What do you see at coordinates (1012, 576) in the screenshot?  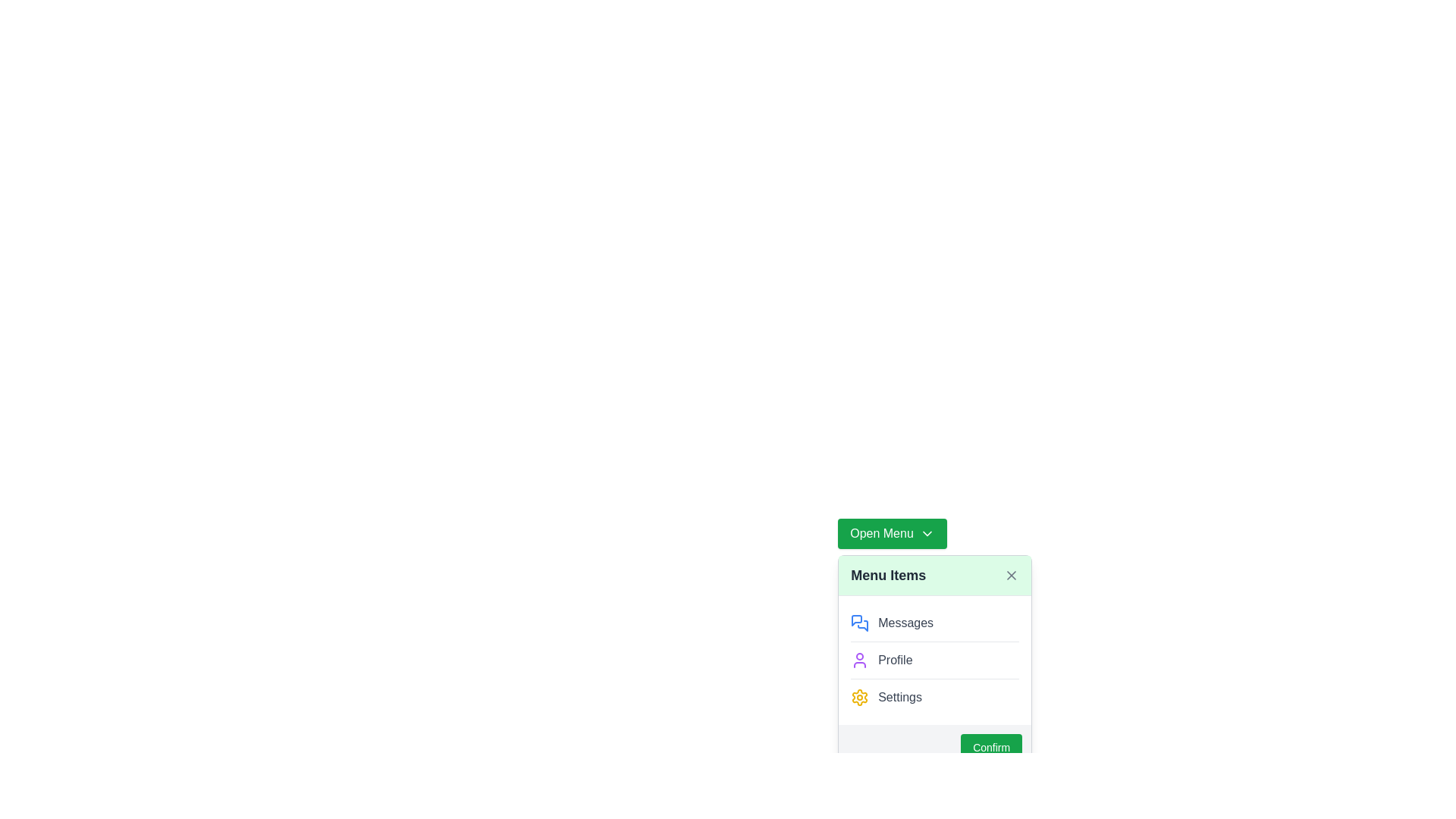 I see `the close icon in the top right corner of the 'Menu Items' dropdown` at bounding box center [1012, 576].